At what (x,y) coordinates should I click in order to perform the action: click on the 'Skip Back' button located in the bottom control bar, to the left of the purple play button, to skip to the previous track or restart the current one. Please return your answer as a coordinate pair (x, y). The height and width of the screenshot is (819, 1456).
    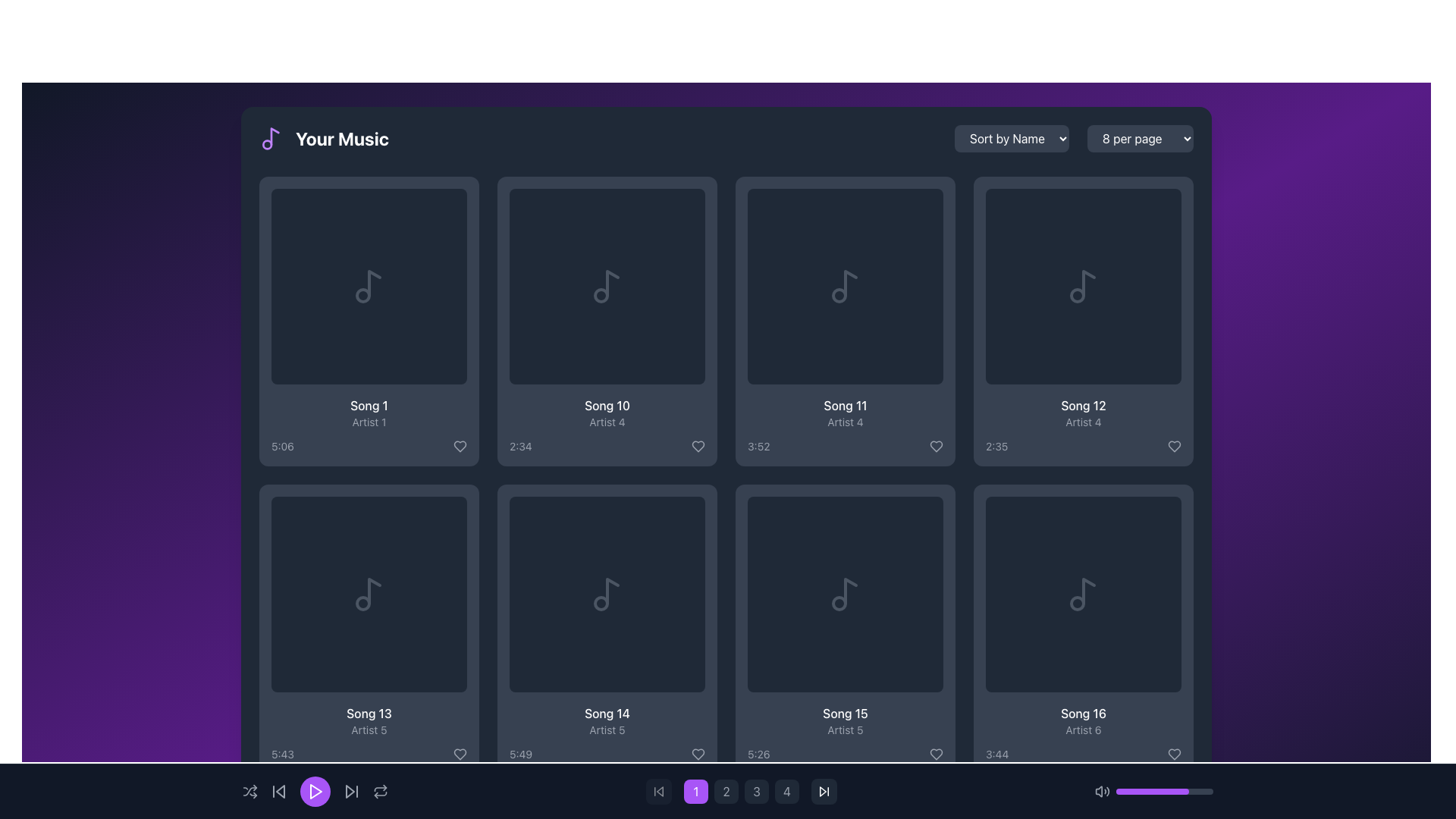
    Looking at the image, I should click on (658, 791).